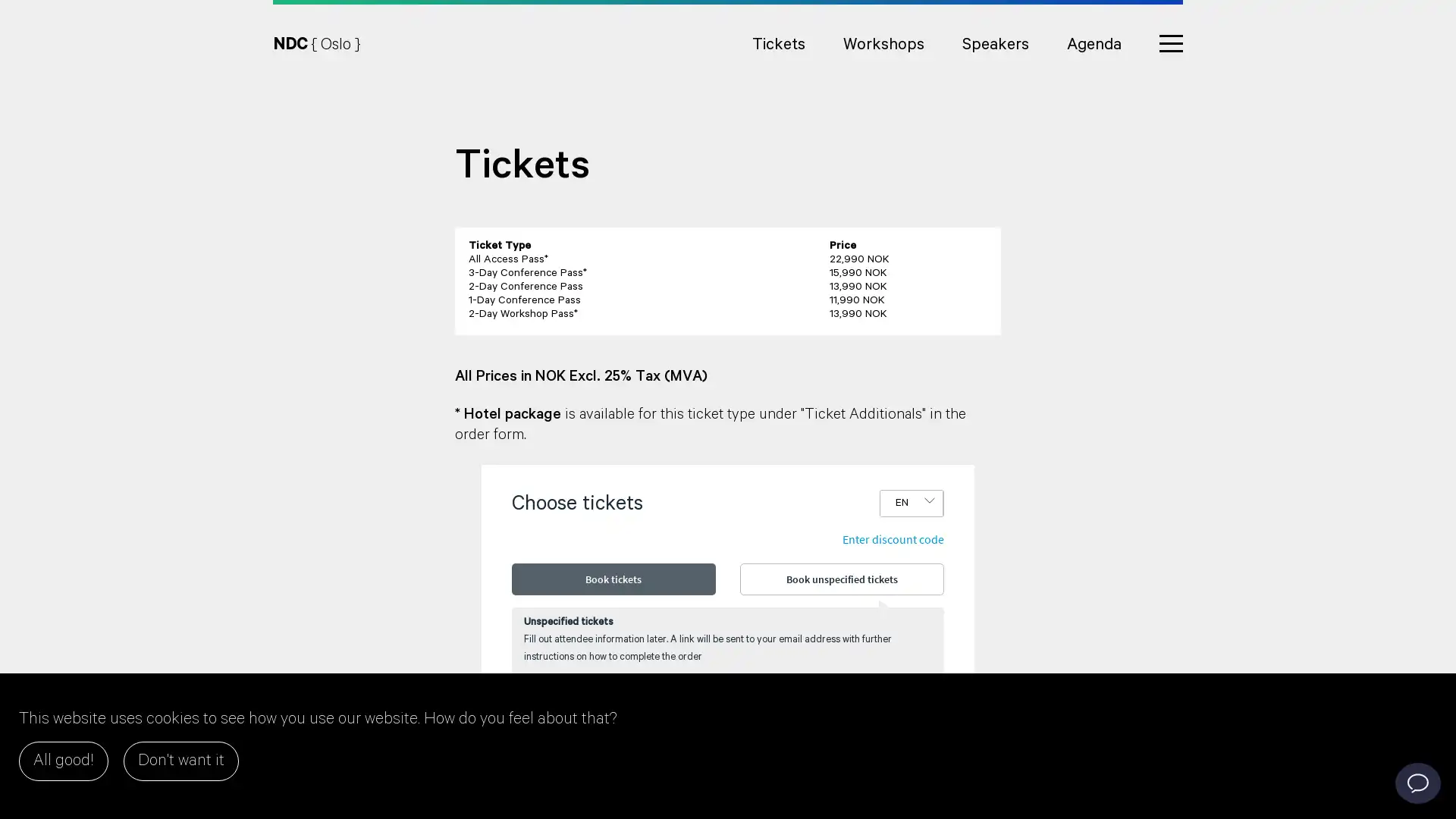 The height and width of the screenshot is (819, 1456). Describe the element at coordinates (930, 726) in the screenshot. I see `Add one more ticket` at that location.